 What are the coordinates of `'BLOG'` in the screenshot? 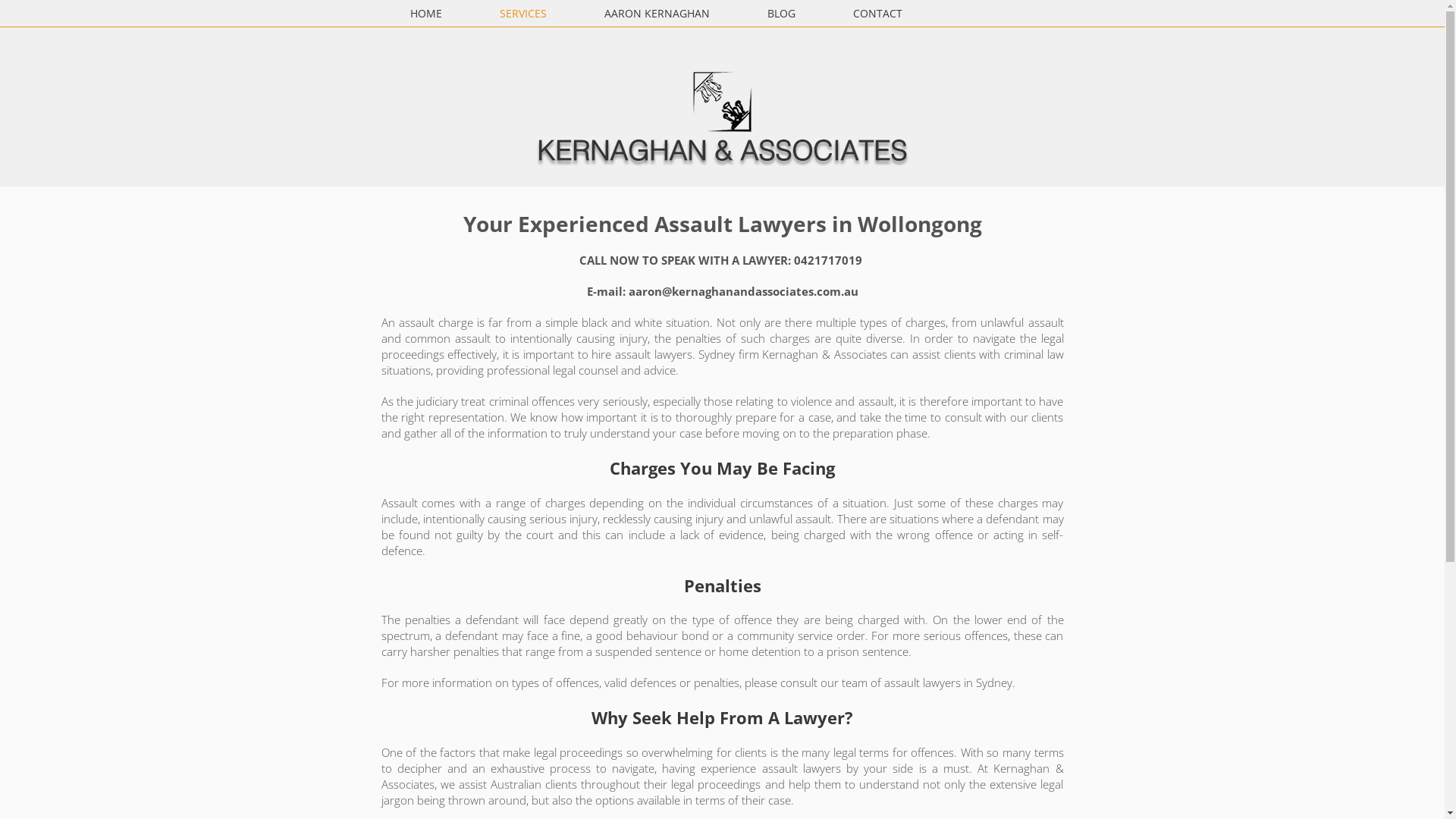 It's located at (781, 13).